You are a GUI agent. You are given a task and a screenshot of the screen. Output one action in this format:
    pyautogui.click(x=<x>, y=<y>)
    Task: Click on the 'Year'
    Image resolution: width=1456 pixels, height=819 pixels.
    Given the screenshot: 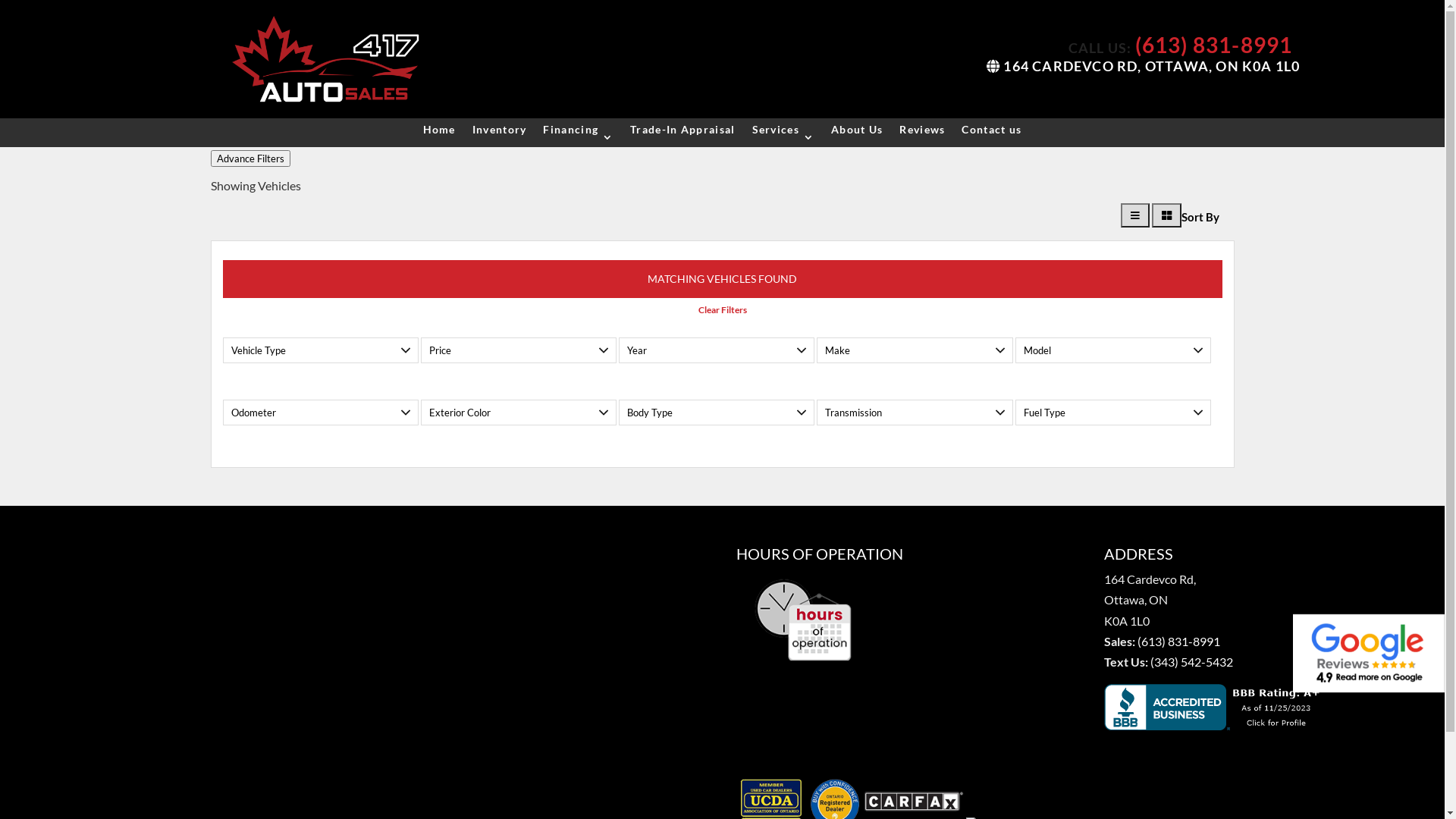 What is the action you would take?
    pyautogui.click(x=716, y=350)
    